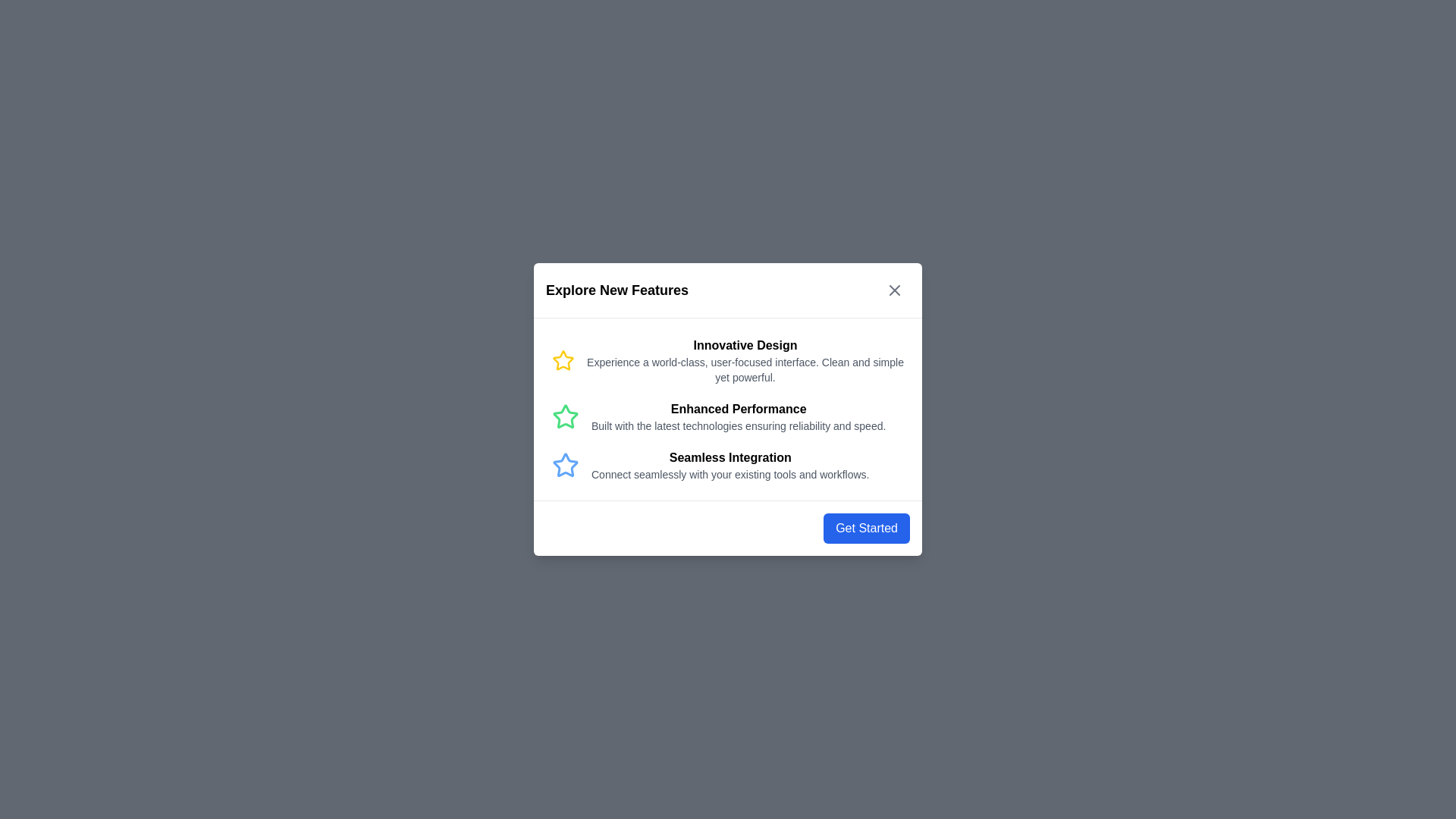 This screenshot has width=1456, height=819. What do you see at coordinates (867, 528) in the screenshot?
I see `the prominent rectangular button with blue background and 'Get Started' text for accessibility interactions` at bounding box center [867, 528].